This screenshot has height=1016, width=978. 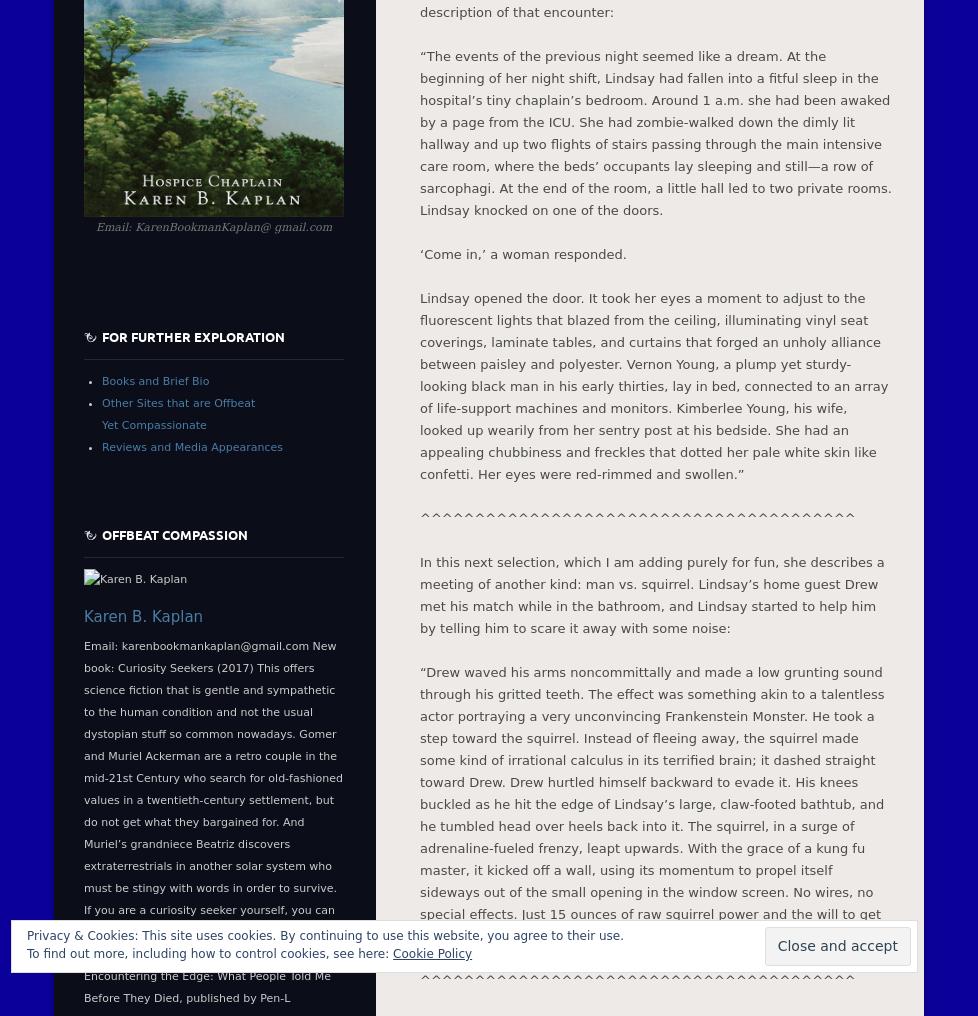 What do you see at coordinates (84, 617) in the screenshot?
I see `'Karen B. Kaplan'` at bounding box center [84, 617].